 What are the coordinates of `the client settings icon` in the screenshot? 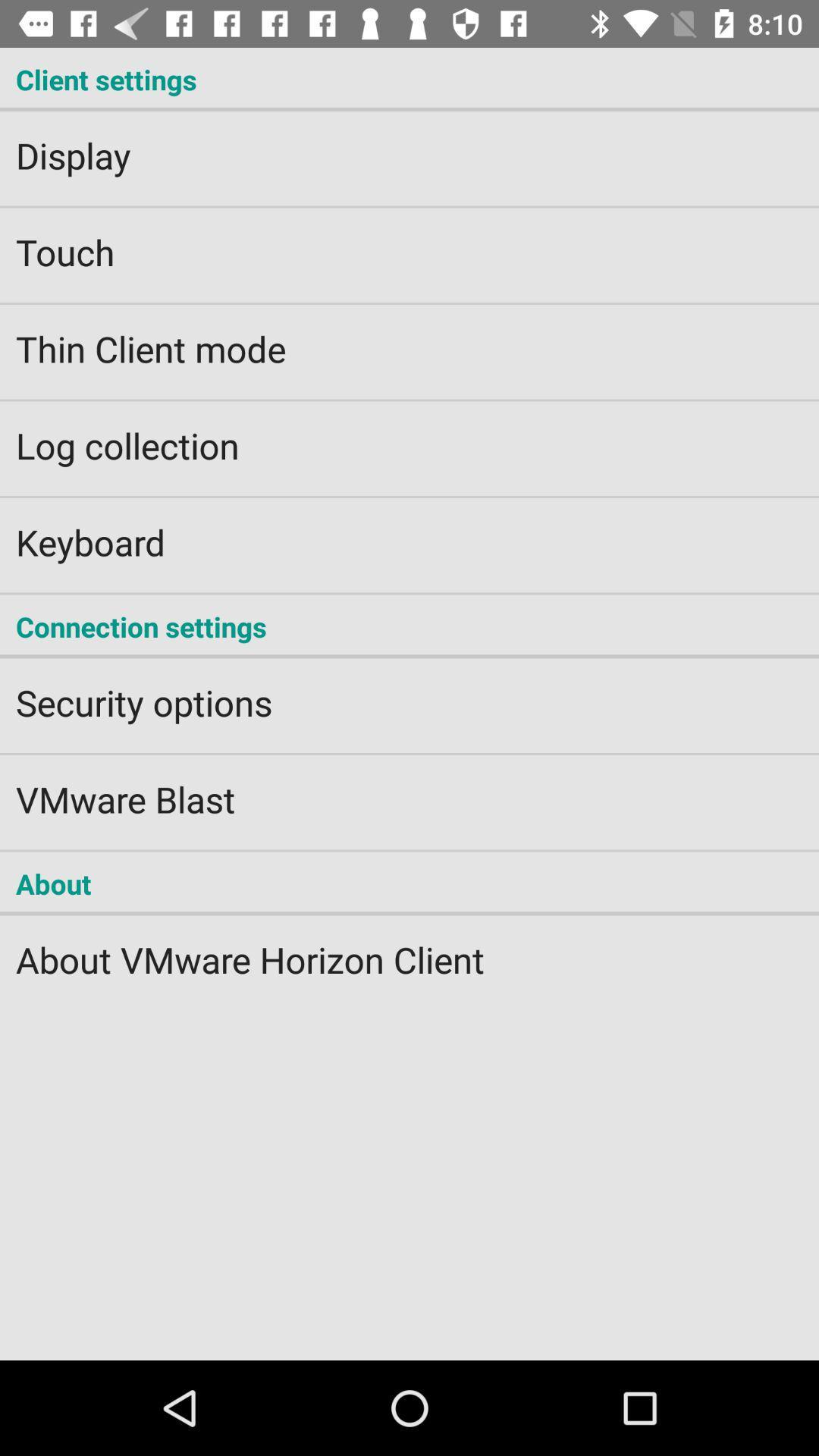 It's located at (409, 79).